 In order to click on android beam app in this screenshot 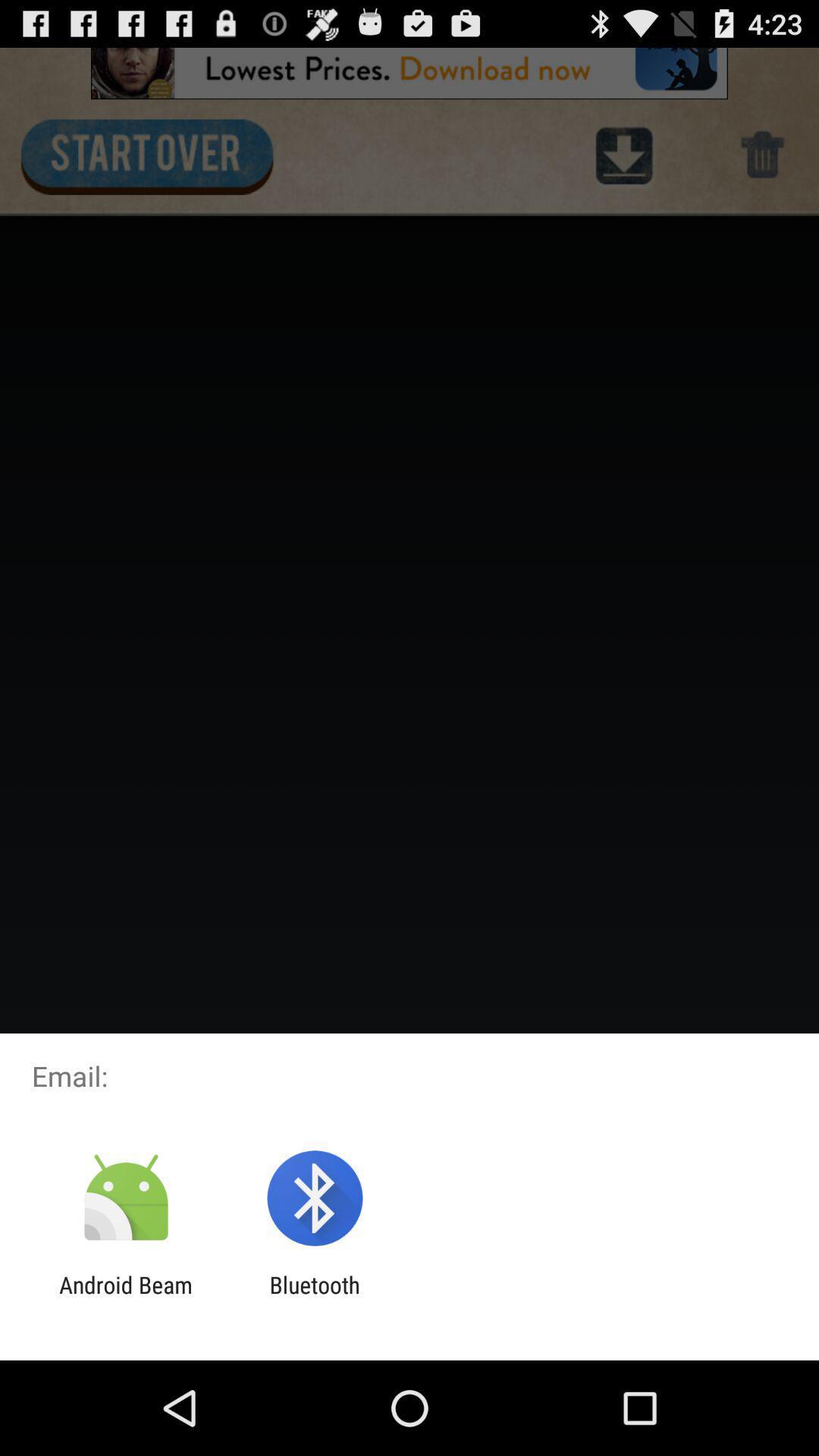, I will do `click(125, 1298)`.